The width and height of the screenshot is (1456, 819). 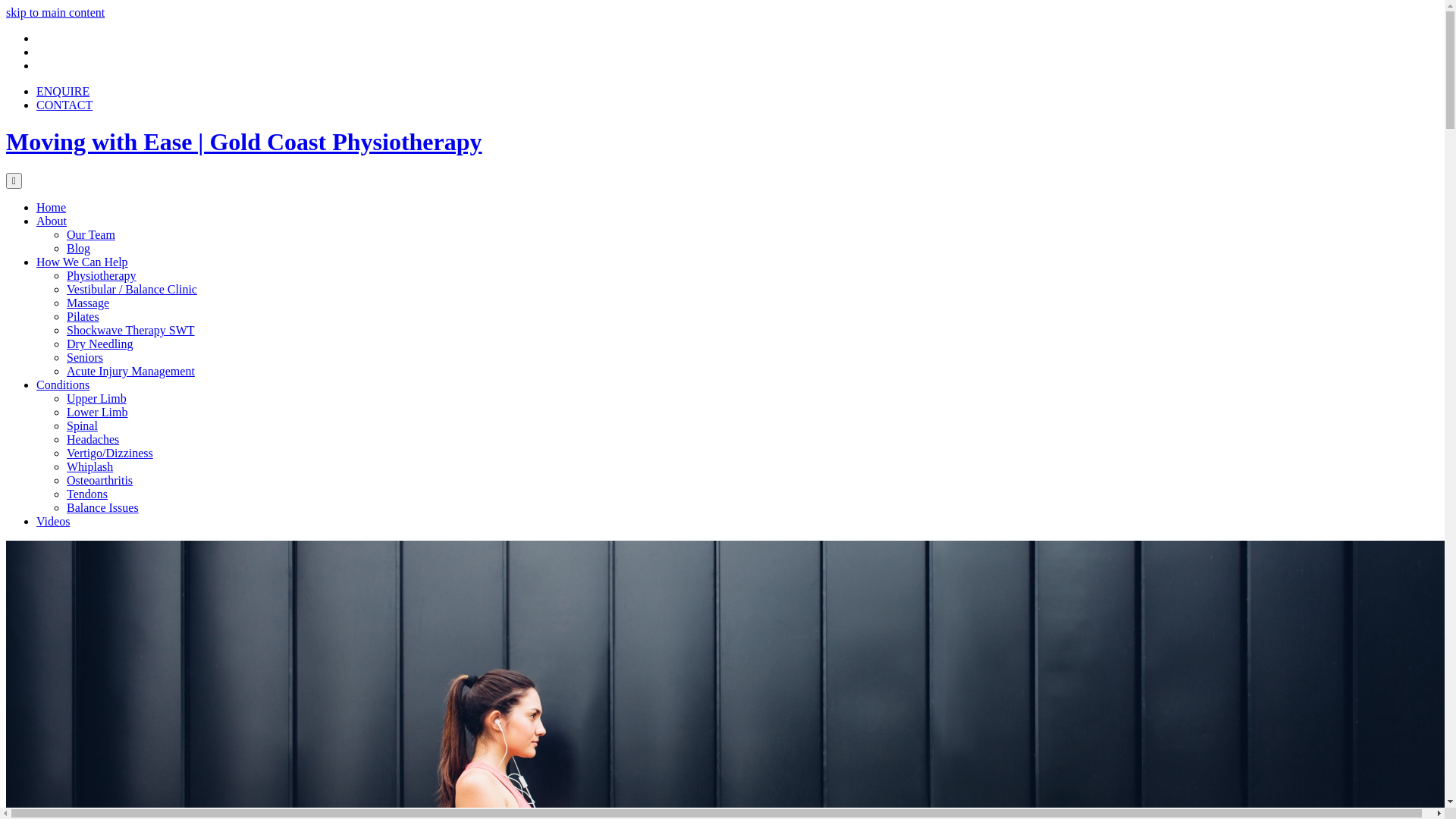 What do you see at coordinates (82, 315) in the screenshot?
I see `'Pilates'` at bounding box center [82, 315].